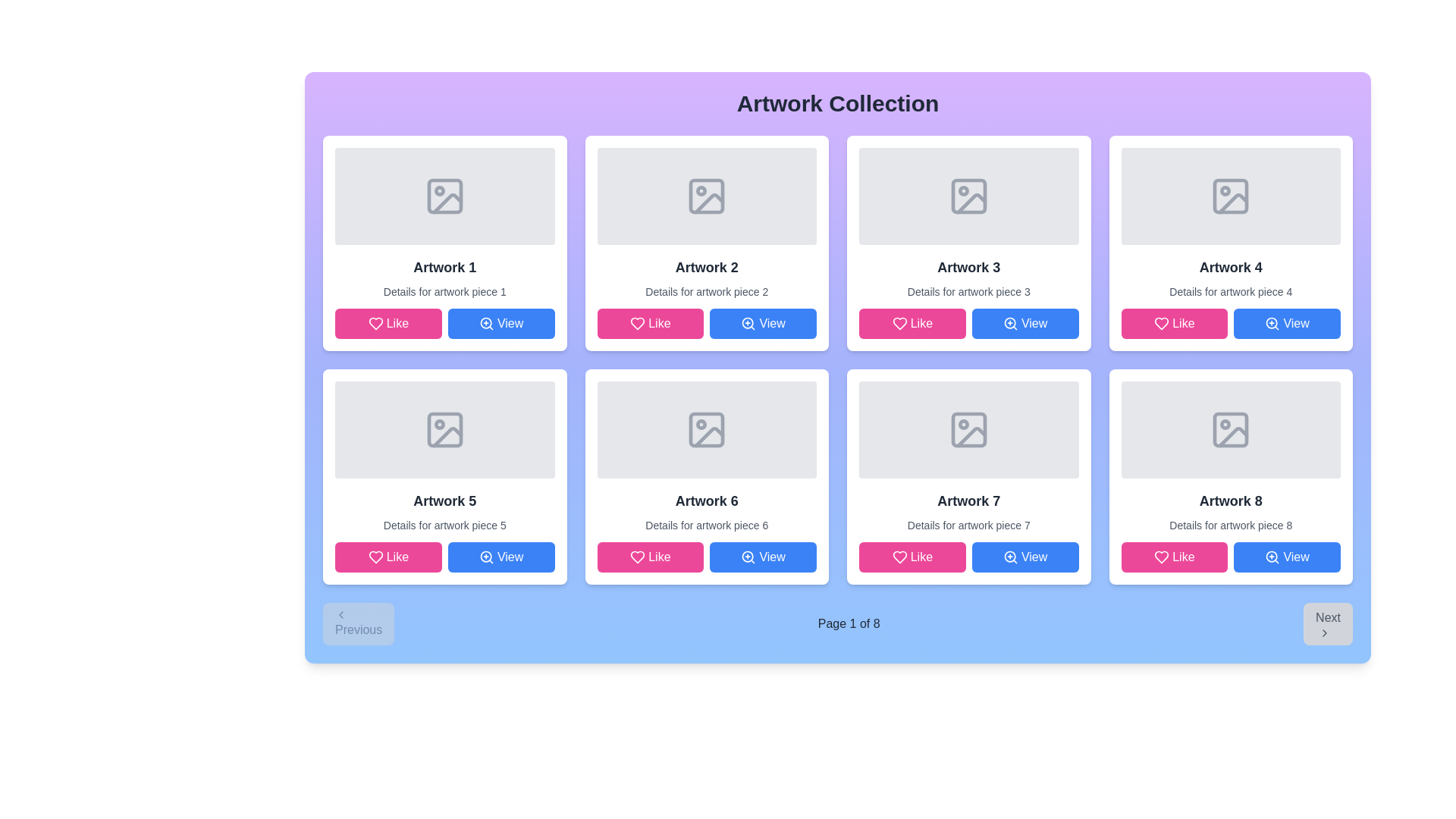 This screenshot has width=1456, height=819. What do you see at coordinates (912, 557) in the screenshot?
I see `the pink 'Like' button with rounded edges, featuring a heart icon and white text, located in the 'Artwork 7' section` at bounding box center [912, 557].